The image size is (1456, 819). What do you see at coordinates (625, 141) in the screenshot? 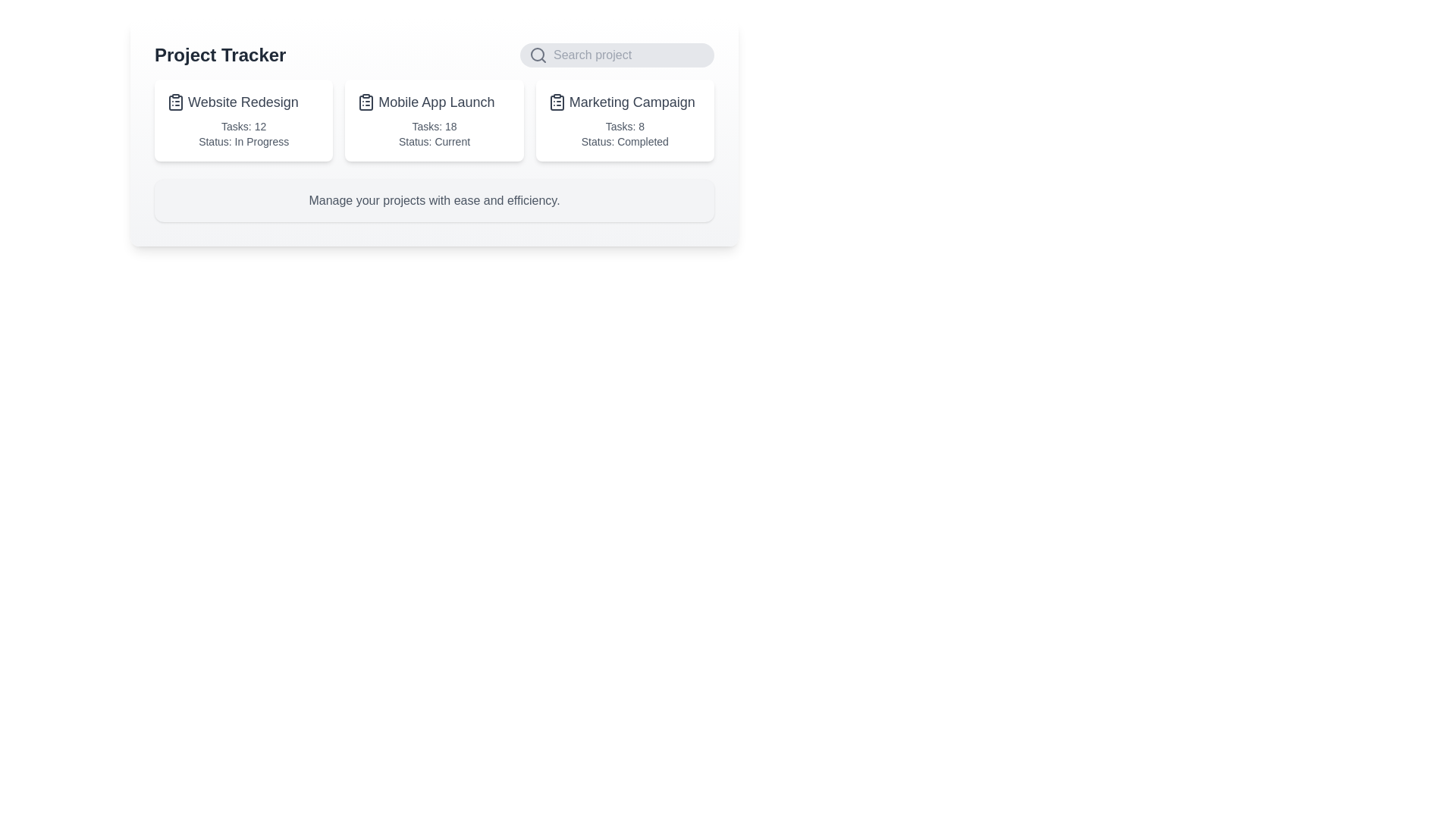
I see `the 'Status: Completed' text label, which is styled with light gray color and is located in the rightmost project card below the 'Tasks: 8' text element` at bounding box center [625, 141].